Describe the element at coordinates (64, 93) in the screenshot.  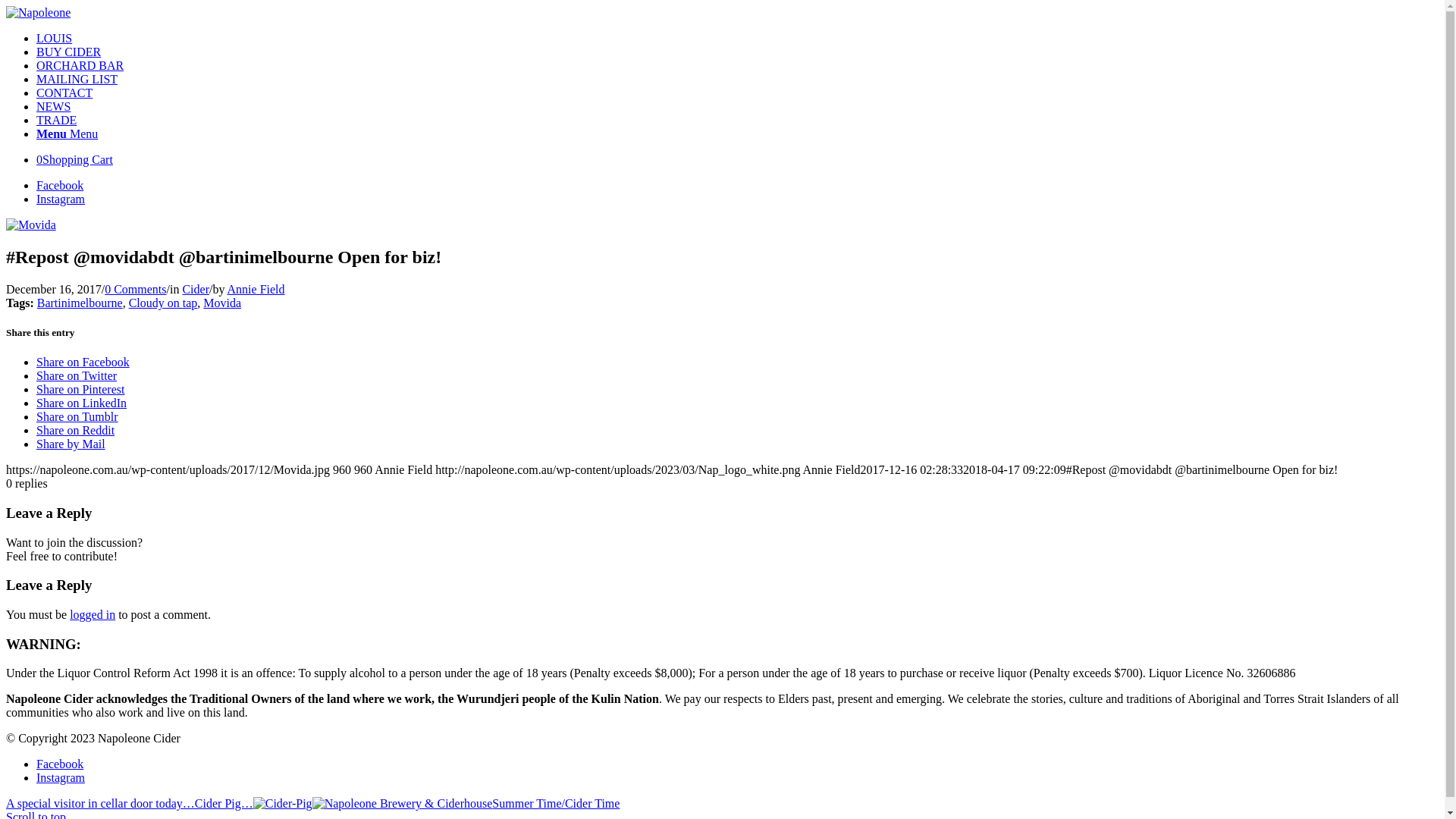
I see `'CONTACT'` at that location.